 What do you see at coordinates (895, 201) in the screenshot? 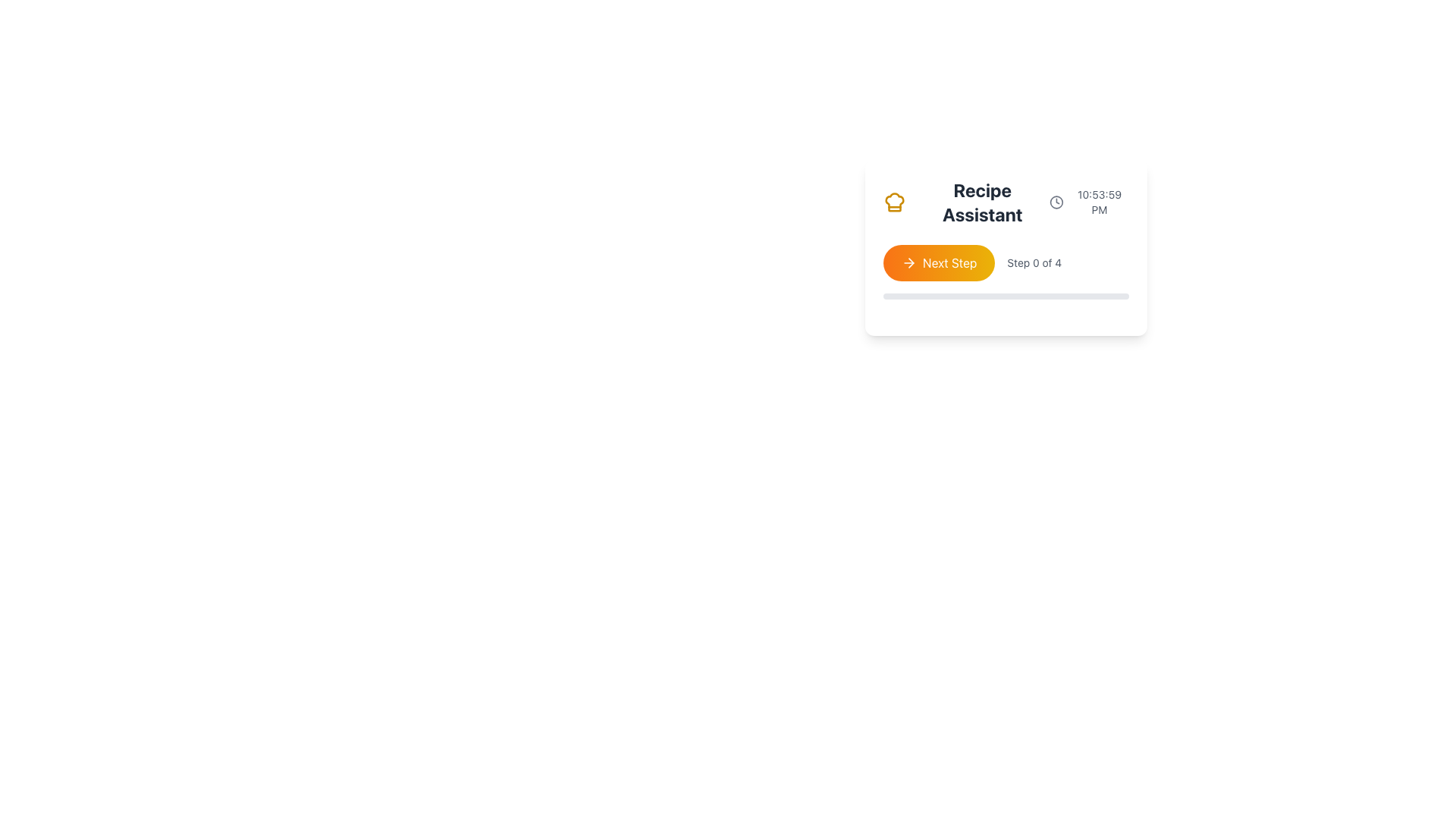
I see `the 'Recipe Assistant' icon located to the left of the title text, which visually identifies the feature for users` at bounding box center [895, 201].